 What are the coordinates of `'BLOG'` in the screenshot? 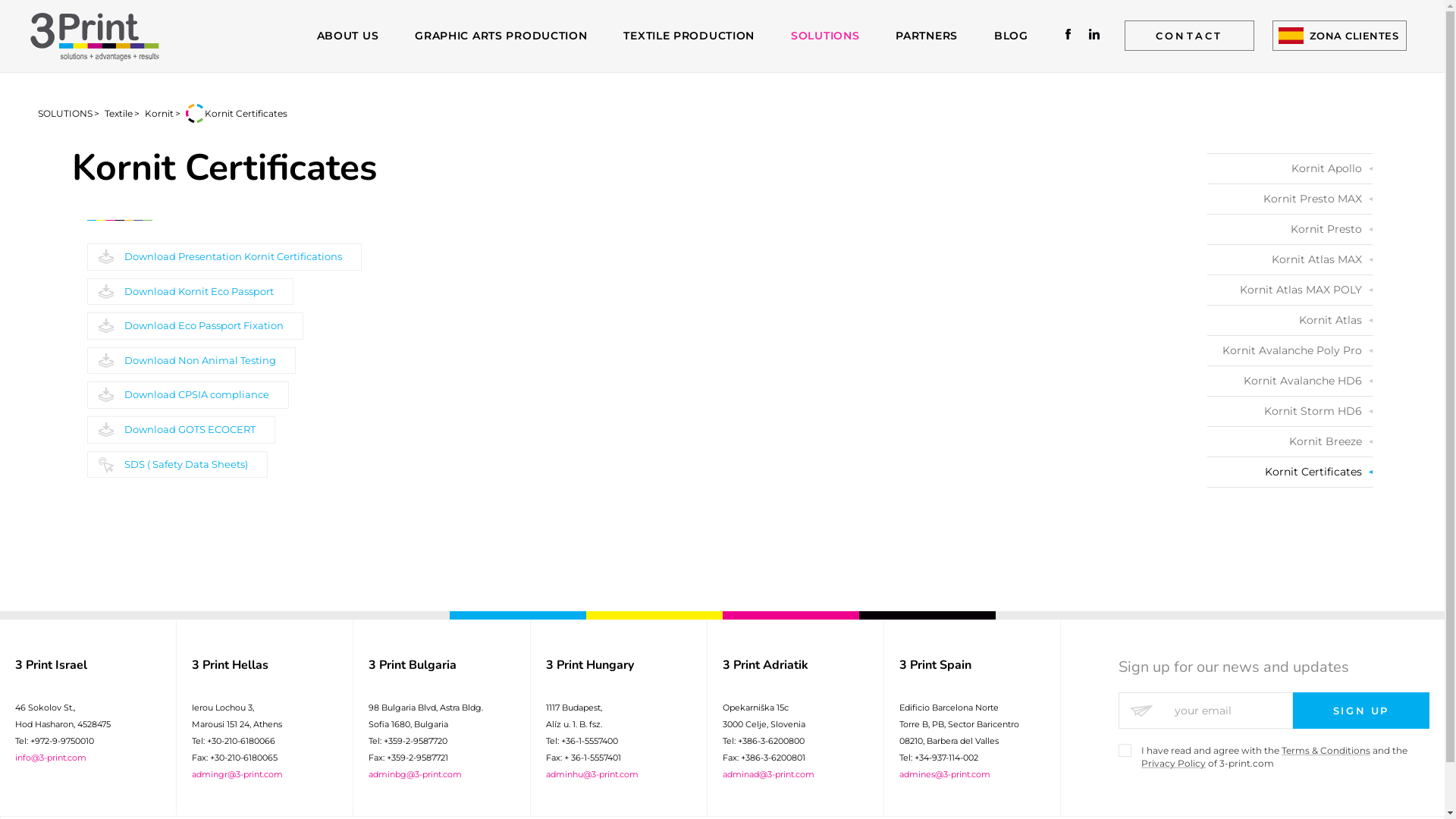 It's located at (1011, 34).